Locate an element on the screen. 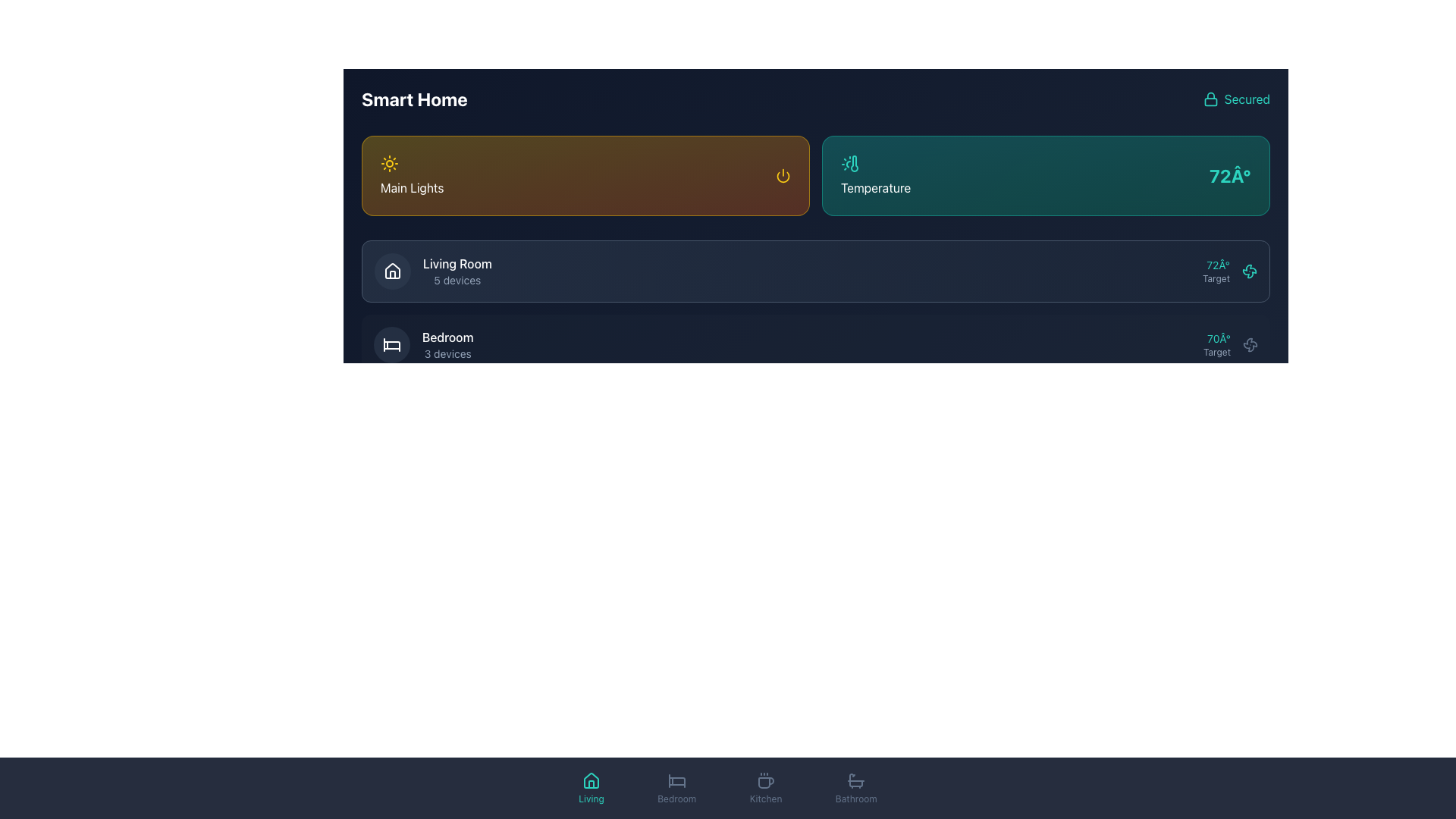 This screenshot has width=1456, height=819. the minimalist house icon located in the 'Living Room' section, positioned above the 'Bedroom' icon and below the 'Main Lights' section is located at coordinates (393, 271).